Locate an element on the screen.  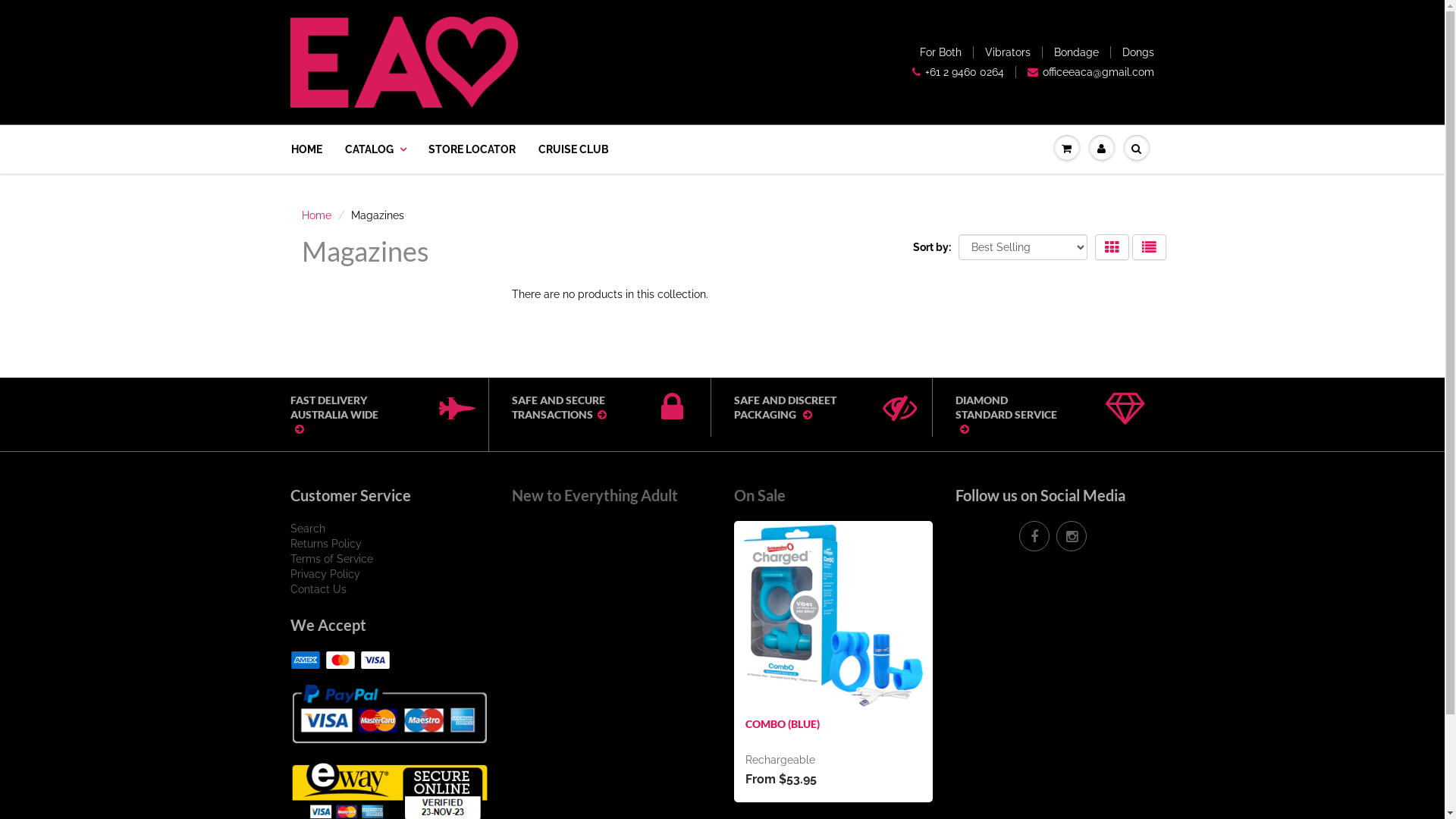
'SAFE AND SECURE TRANSACTIONS' is located at coordinates (588, 406).